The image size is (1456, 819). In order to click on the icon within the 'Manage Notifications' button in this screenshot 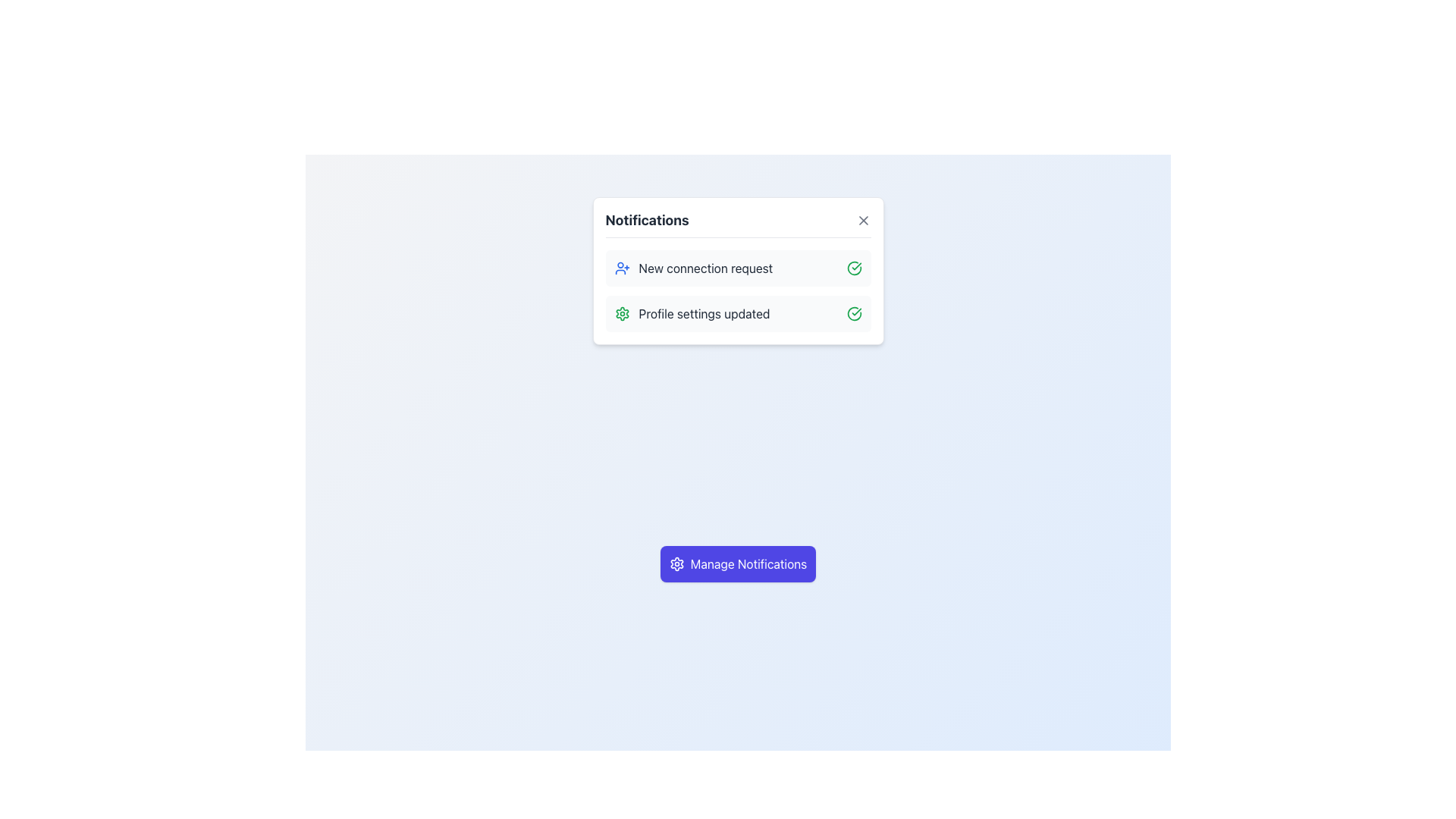, I will do `click(676, 564)`.